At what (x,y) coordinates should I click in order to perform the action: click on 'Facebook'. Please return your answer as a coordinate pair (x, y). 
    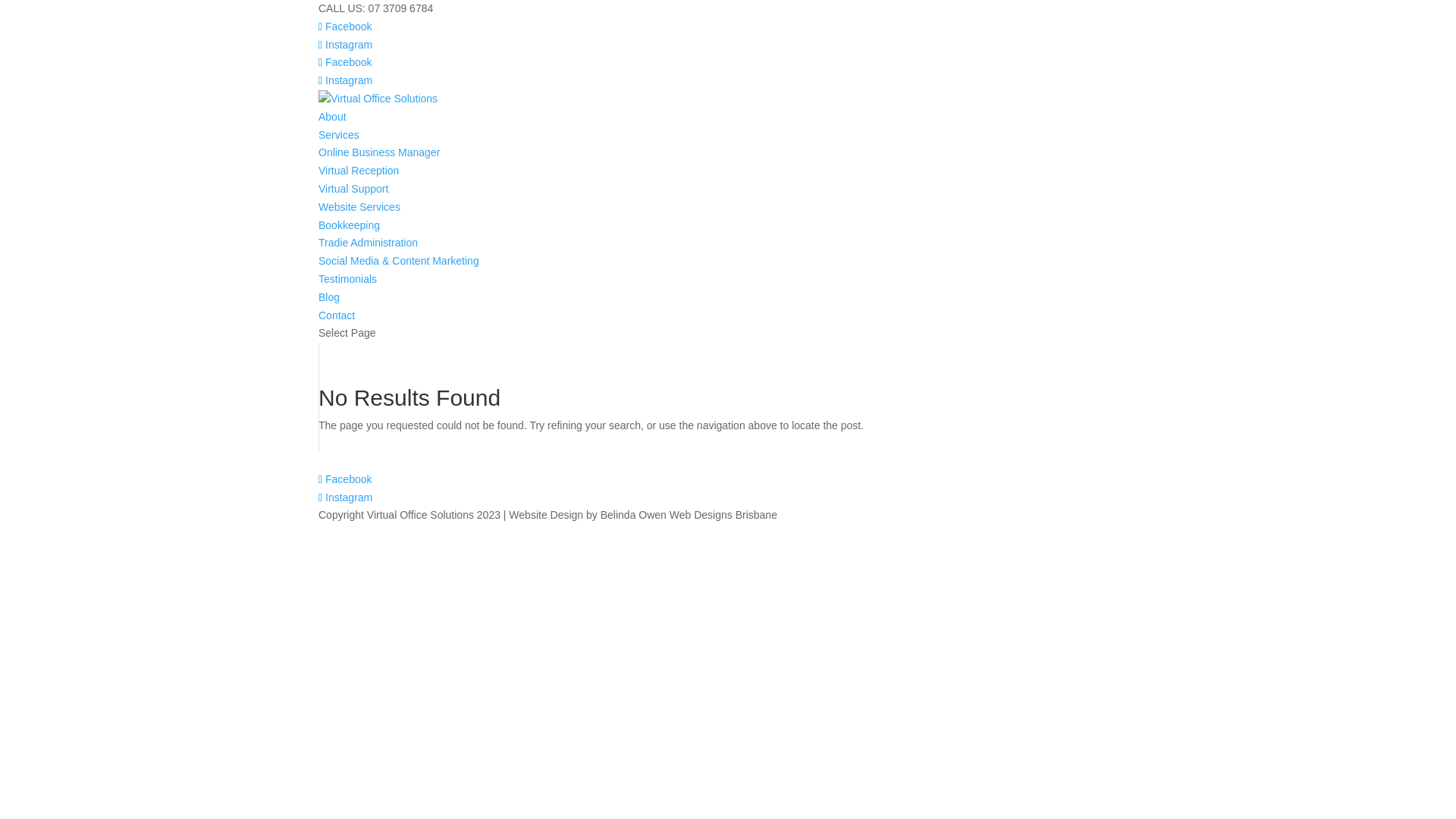
    Looking at the image, I should click on (344, 26).